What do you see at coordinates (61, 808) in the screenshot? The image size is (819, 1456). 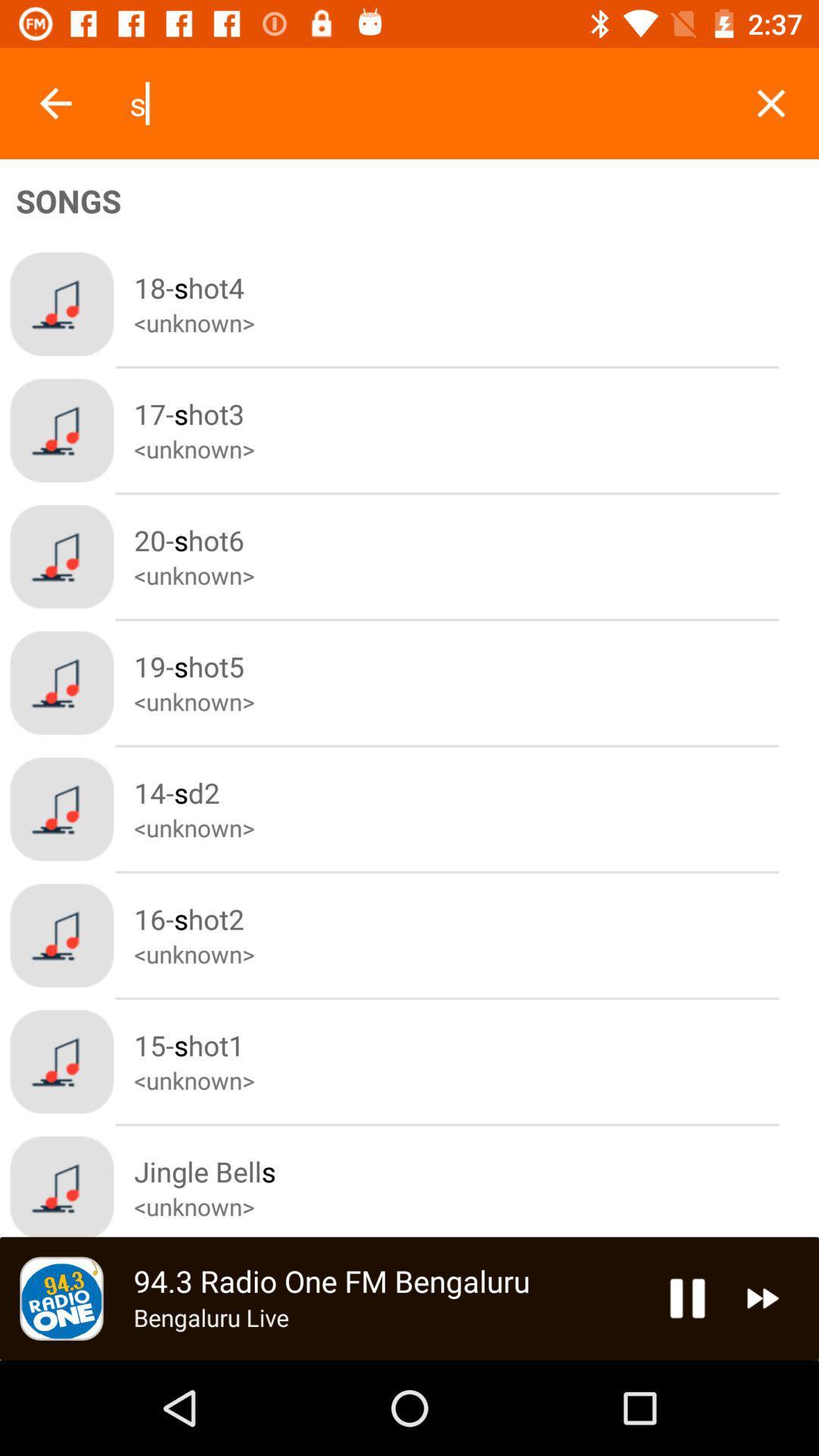 I see `the symbol which is to the left 14sd2` at bounding box center [61, 808].